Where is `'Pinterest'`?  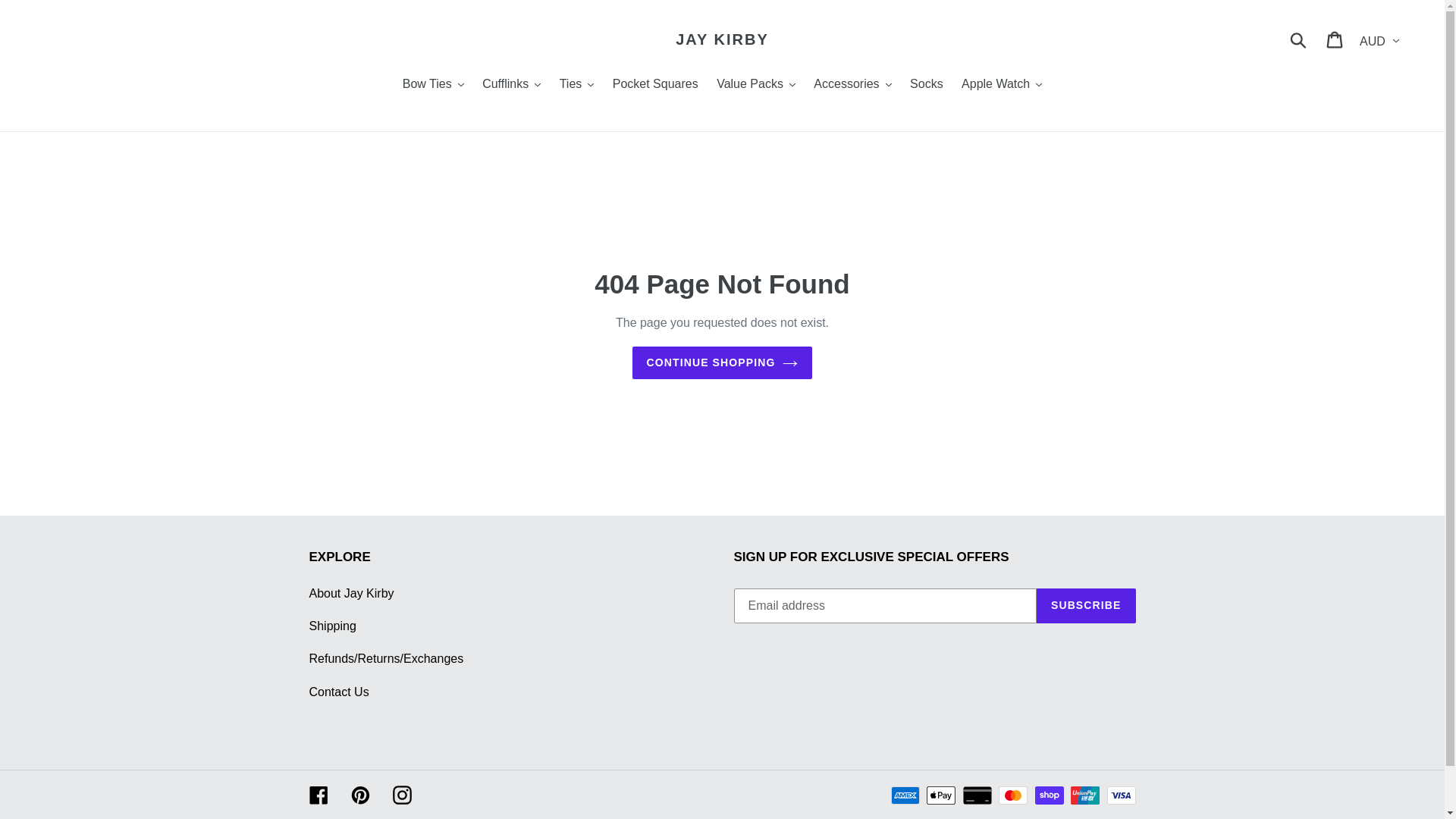 'Pinterest' is located at coordinates (359, 794).